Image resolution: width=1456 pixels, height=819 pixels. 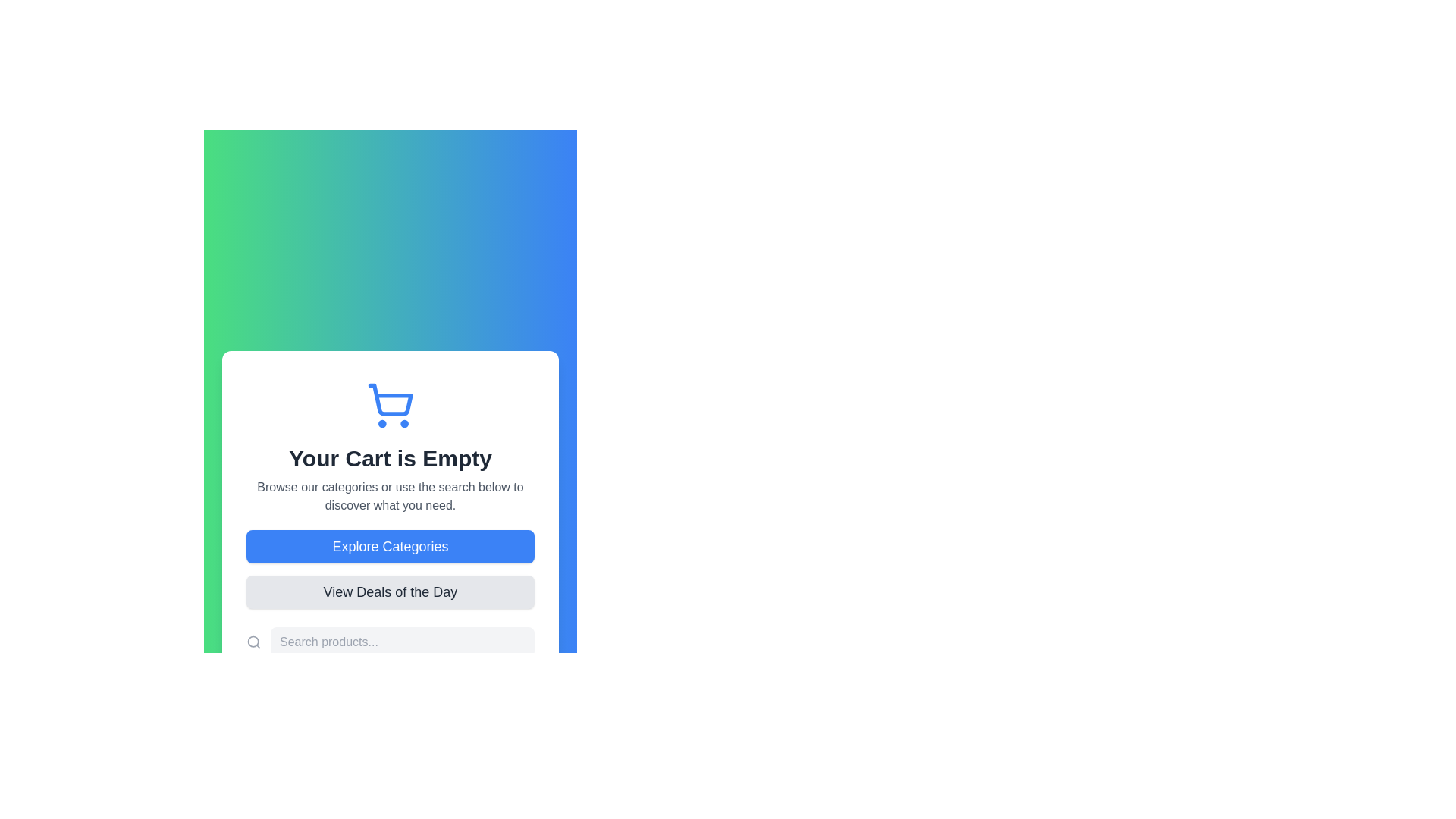 What do you see at coordinates (390, 591) in the screenshot?
I see `the button with the text 'View Deals of the Day', which has a light gray background and rounded corners` at bounding box center [390, 591].